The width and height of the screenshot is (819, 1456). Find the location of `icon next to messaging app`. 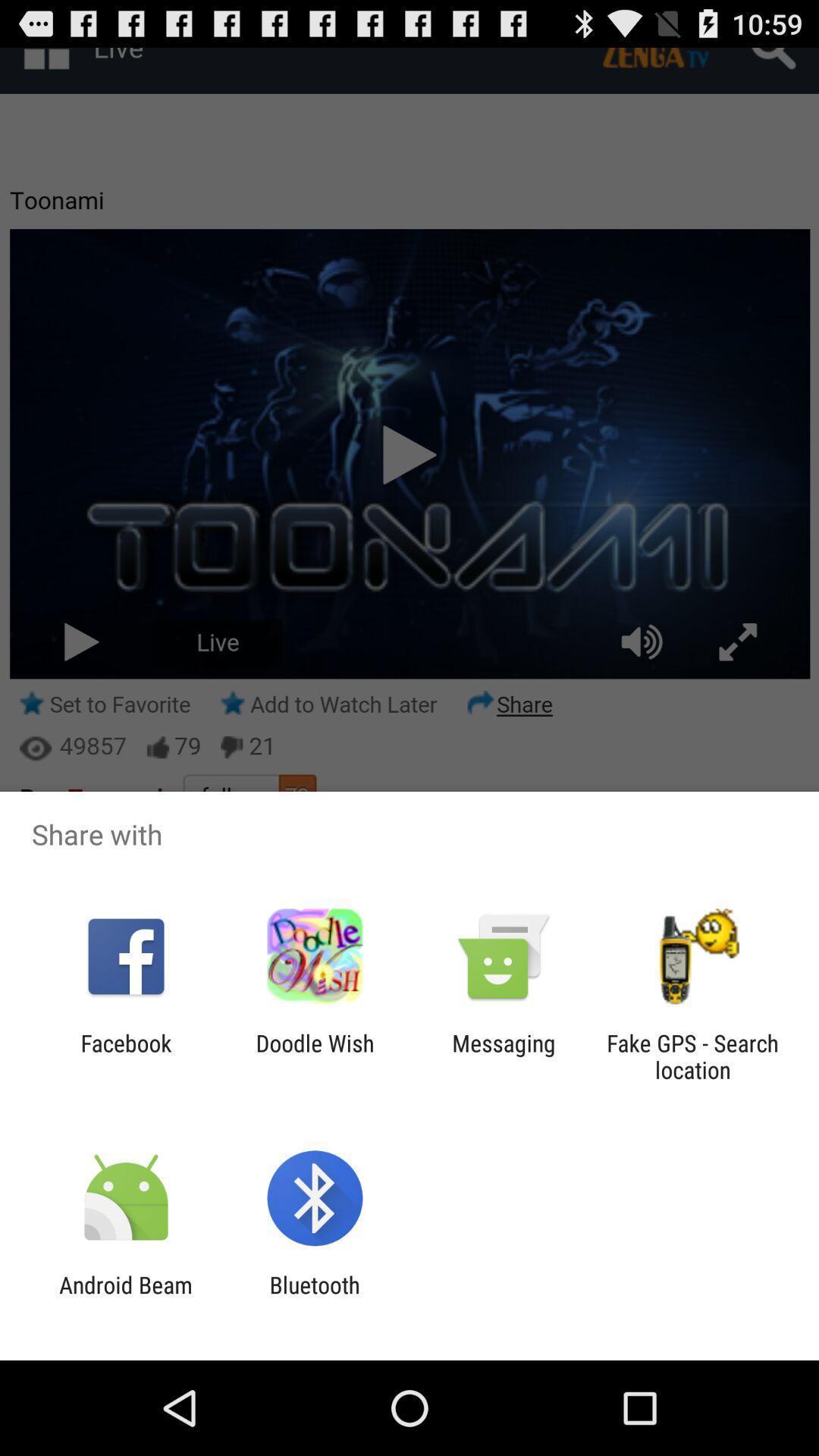

icon next to messaging app is located at coordinates (692, 1056).